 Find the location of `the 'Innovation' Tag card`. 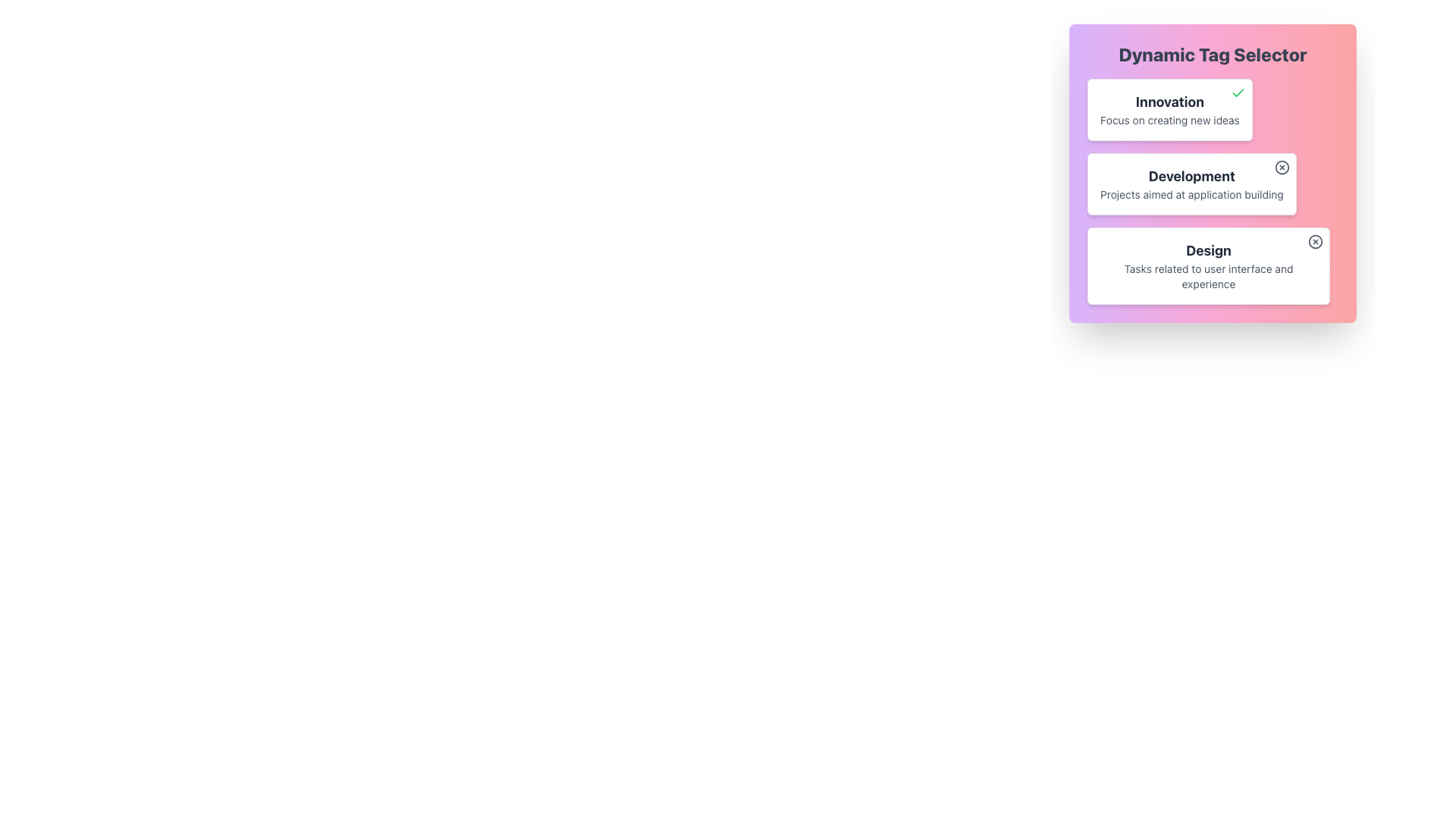

the 'Innovation' Tag card is located at coordinates (1169, 109).